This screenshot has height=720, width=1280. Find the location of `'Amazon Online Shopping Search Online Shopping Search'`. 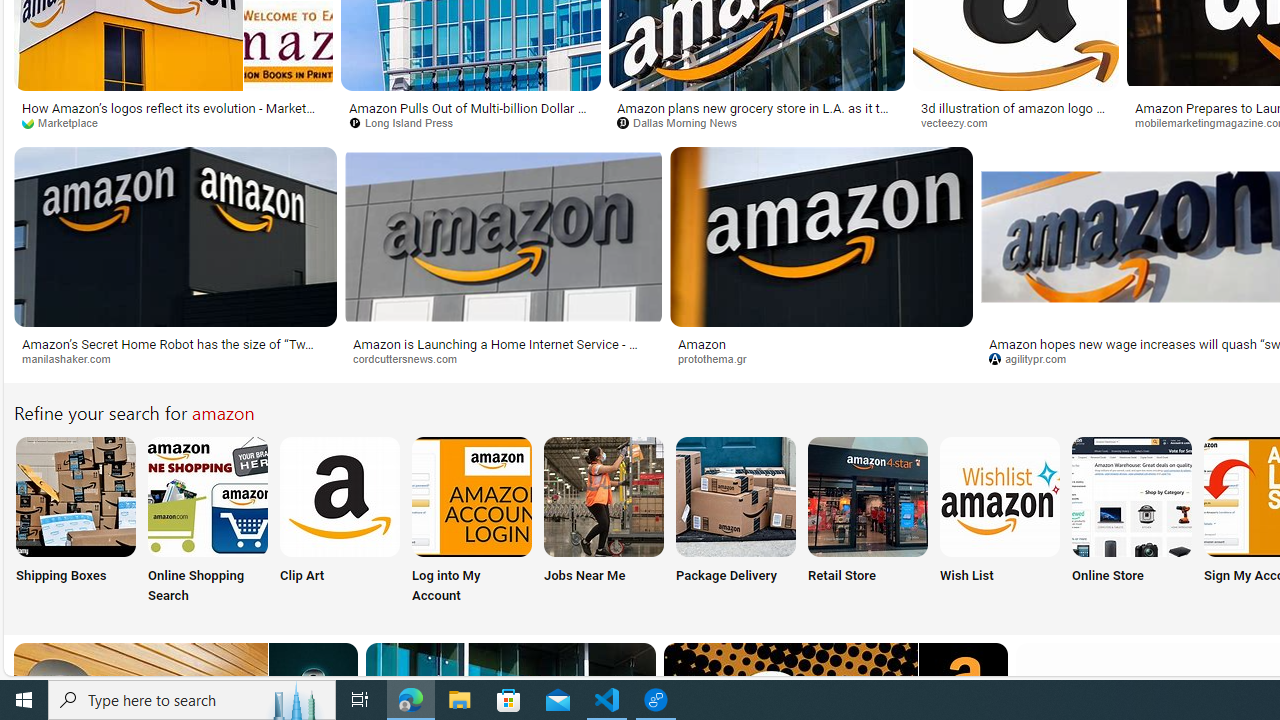

'Amazon Online Shopping Search Online Shopping Search' is located at coordinates (208, 521).